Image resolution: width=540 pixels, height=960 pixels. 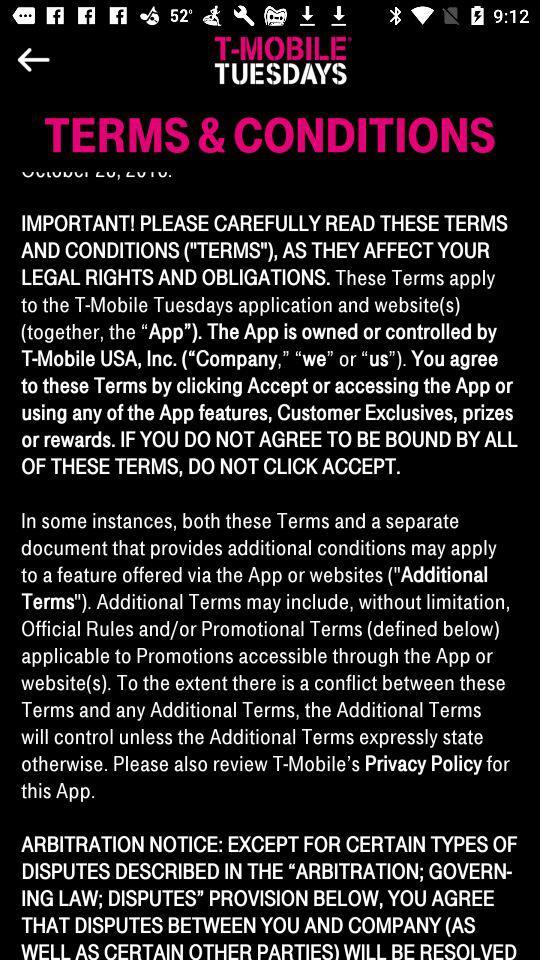 I want to click on the arrow button at the top of the page, so click(x=83, y=59).